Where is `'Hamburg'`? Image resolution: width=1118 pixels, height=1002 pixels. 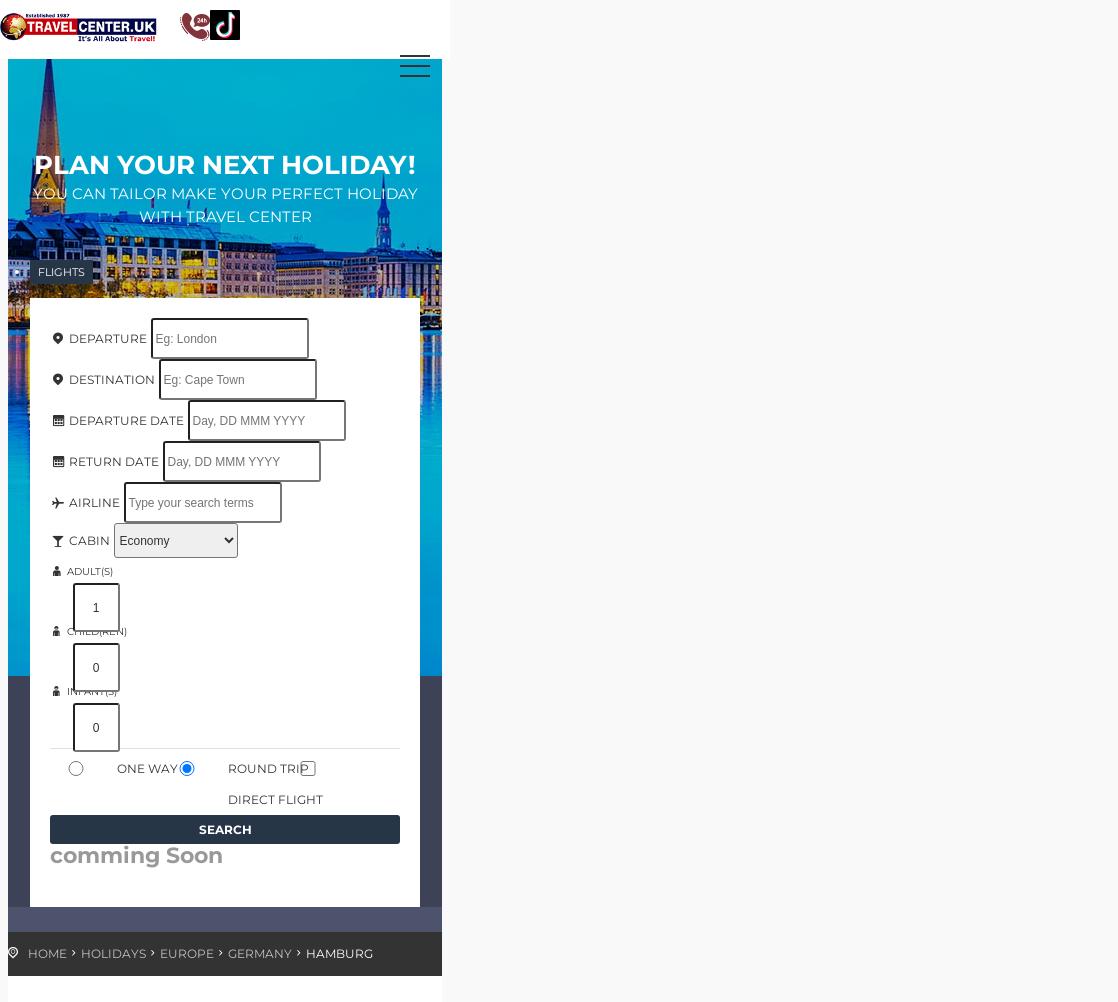
'Hamburg' is located at coordinates (338, 952).